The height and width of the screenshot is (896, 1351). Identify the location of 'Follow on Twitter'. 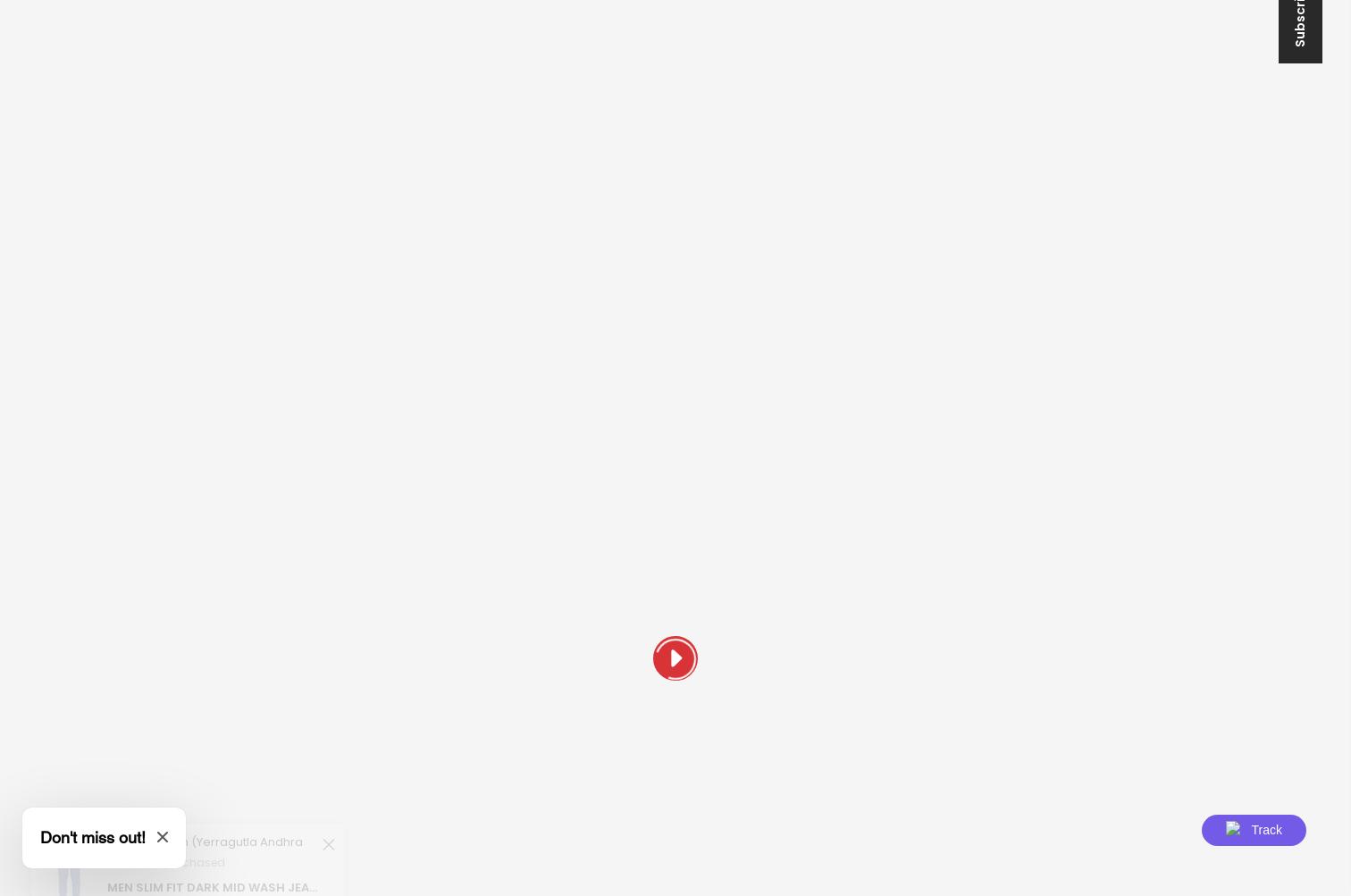
(264, 723).